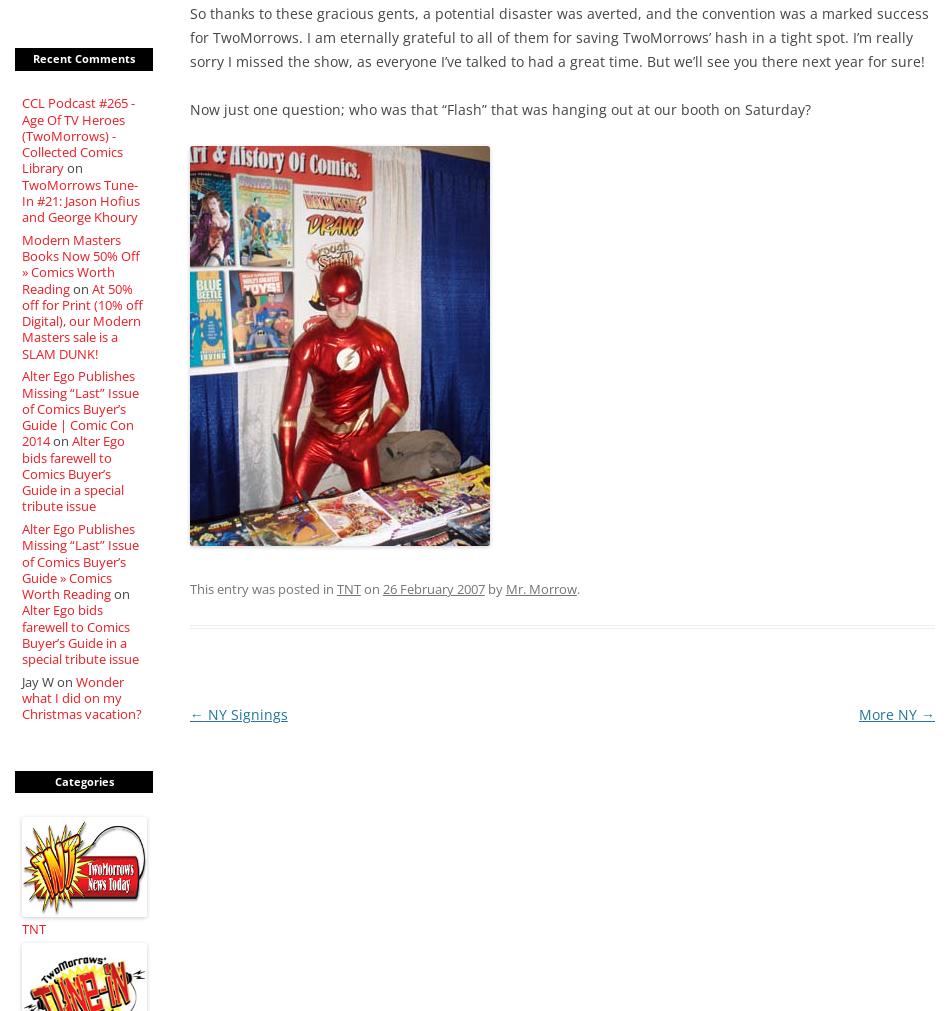 The image size is (950, 1011). What do you see at coordinates (188, 589) in the screenshot?
I see `'This entry was posted in'` at bounding box center [188, 589].